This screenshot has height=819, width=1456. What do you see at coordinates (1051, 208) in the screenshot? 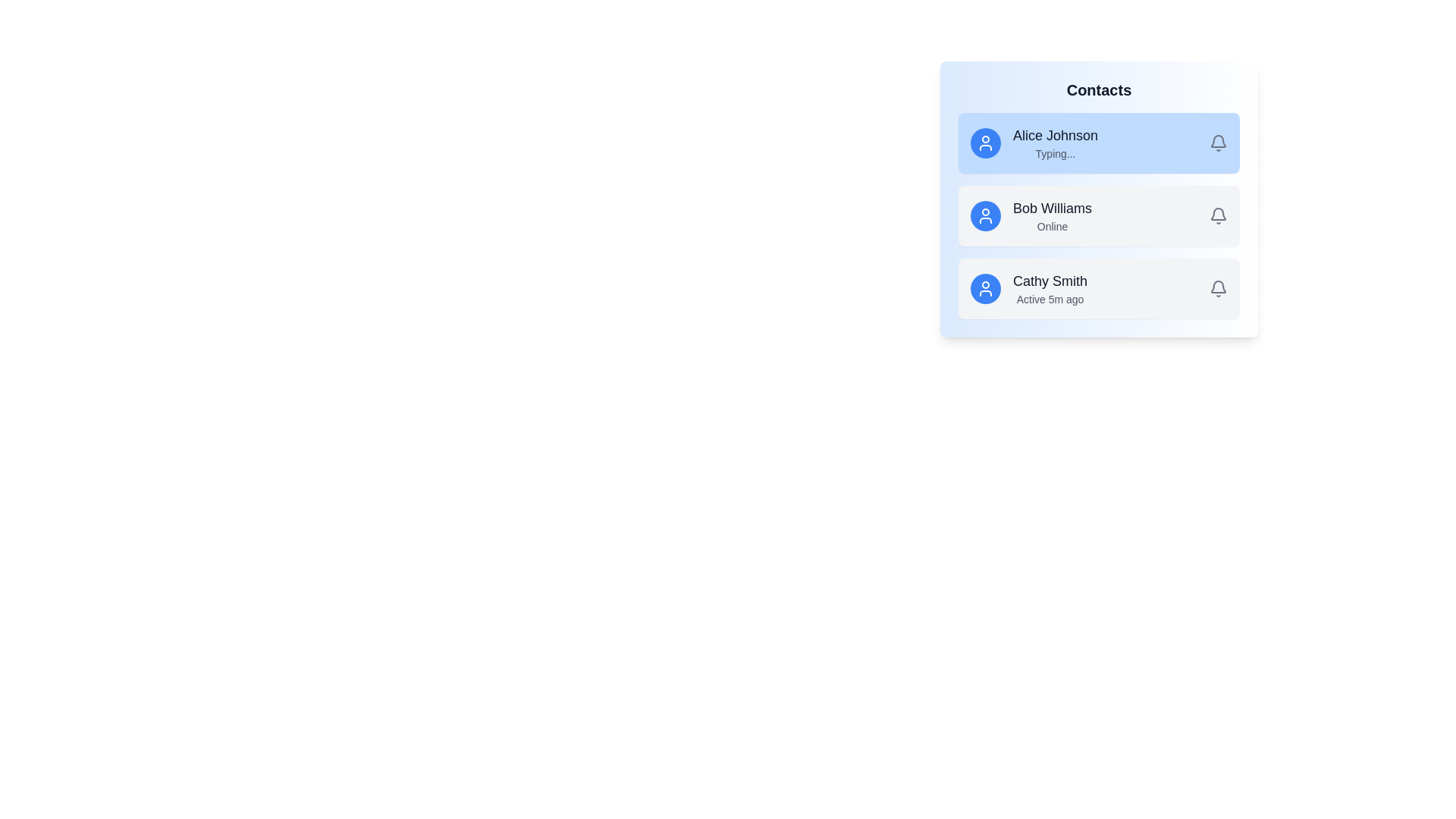
I see `the text label displaying 'Bob Williams' in the user contact list` at bounding box center [1051, 208].